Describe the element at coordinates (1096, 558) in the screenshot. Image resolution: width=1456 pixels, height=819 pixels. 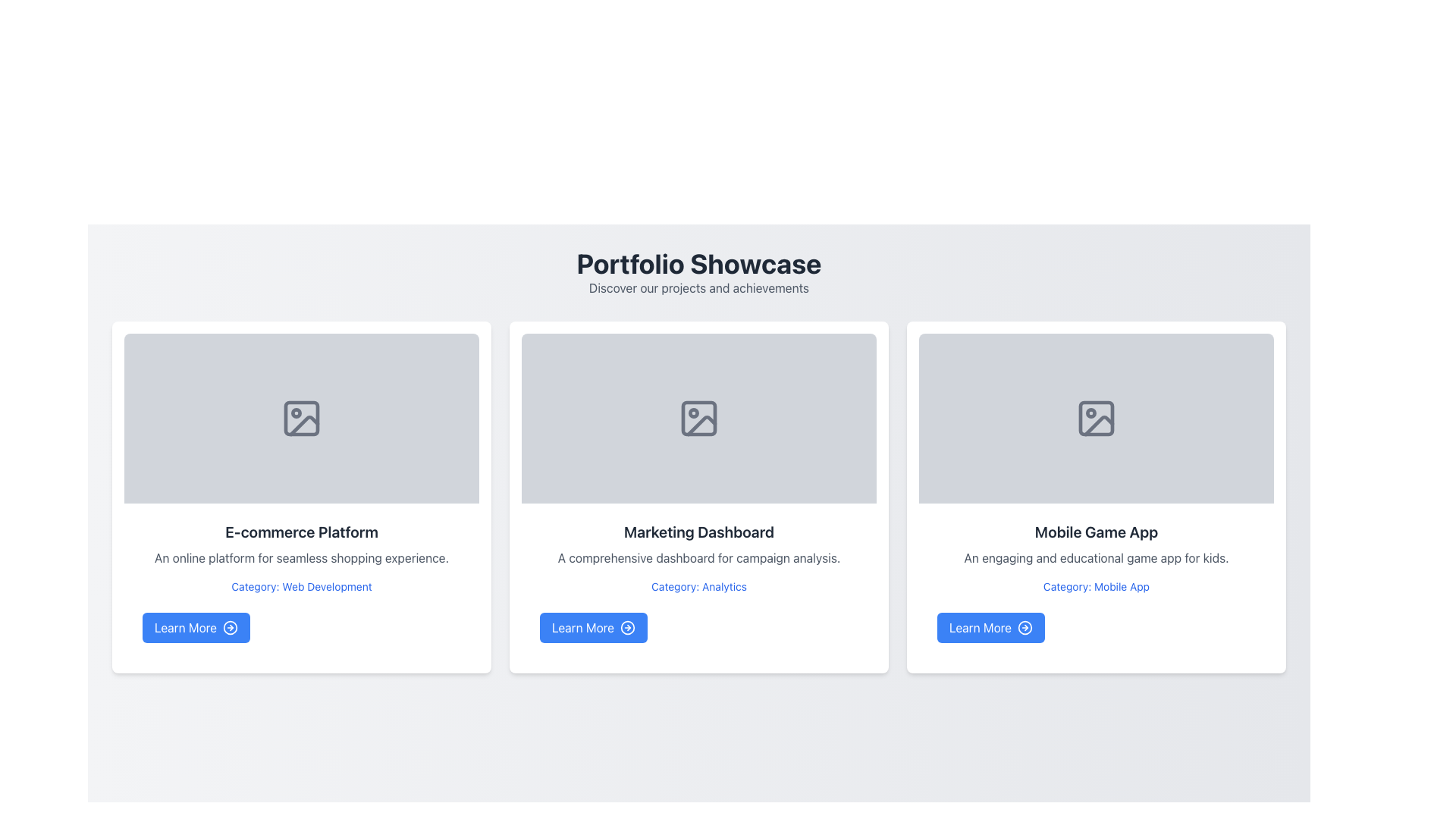
I see `the text label reading 'An engaging and educational game app for kids.' located in the central card of the three-card layout, positioned below the title 'Mobile Game App.'` at that location.